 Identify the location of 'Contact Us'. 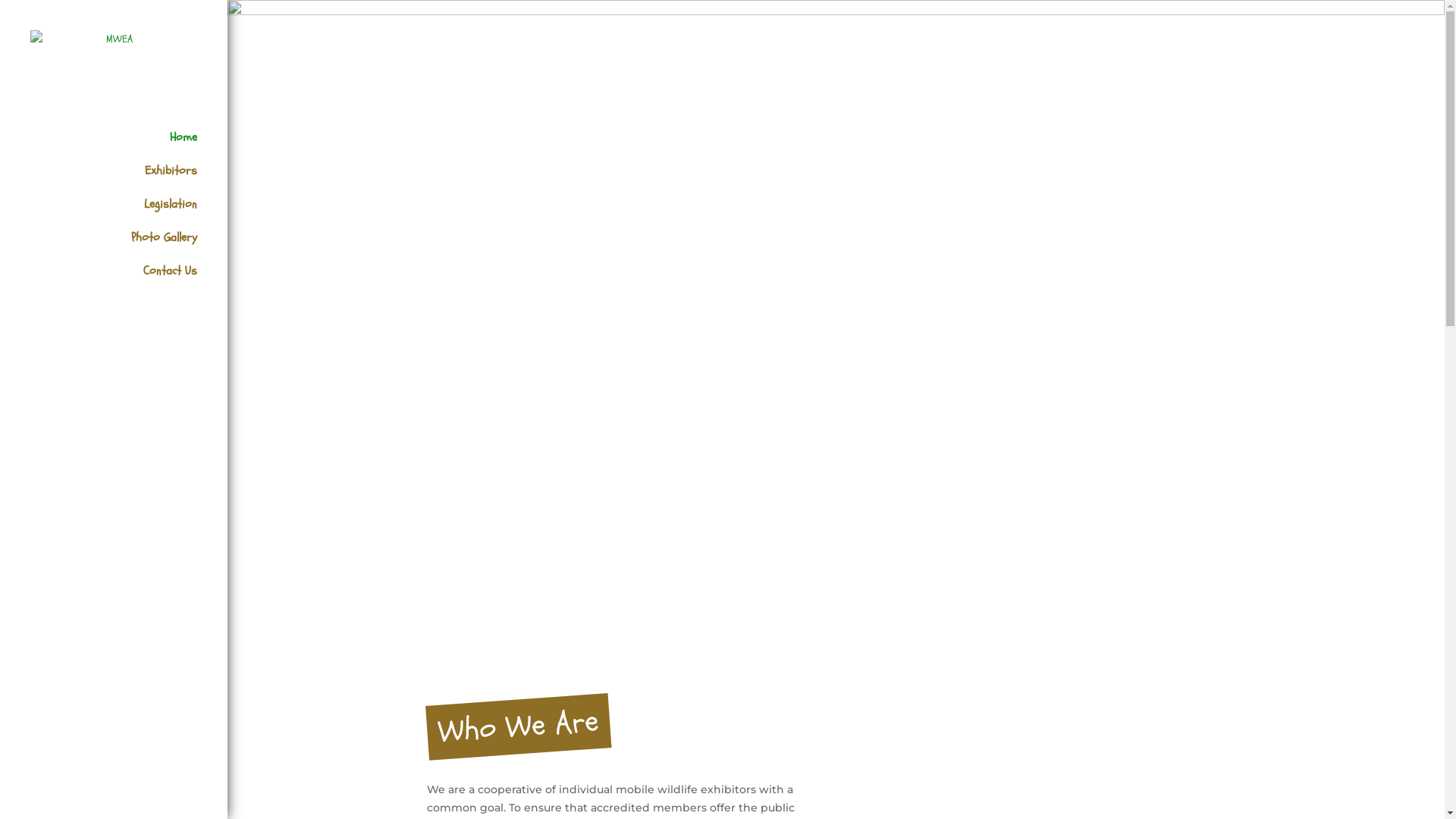
(128, 281).